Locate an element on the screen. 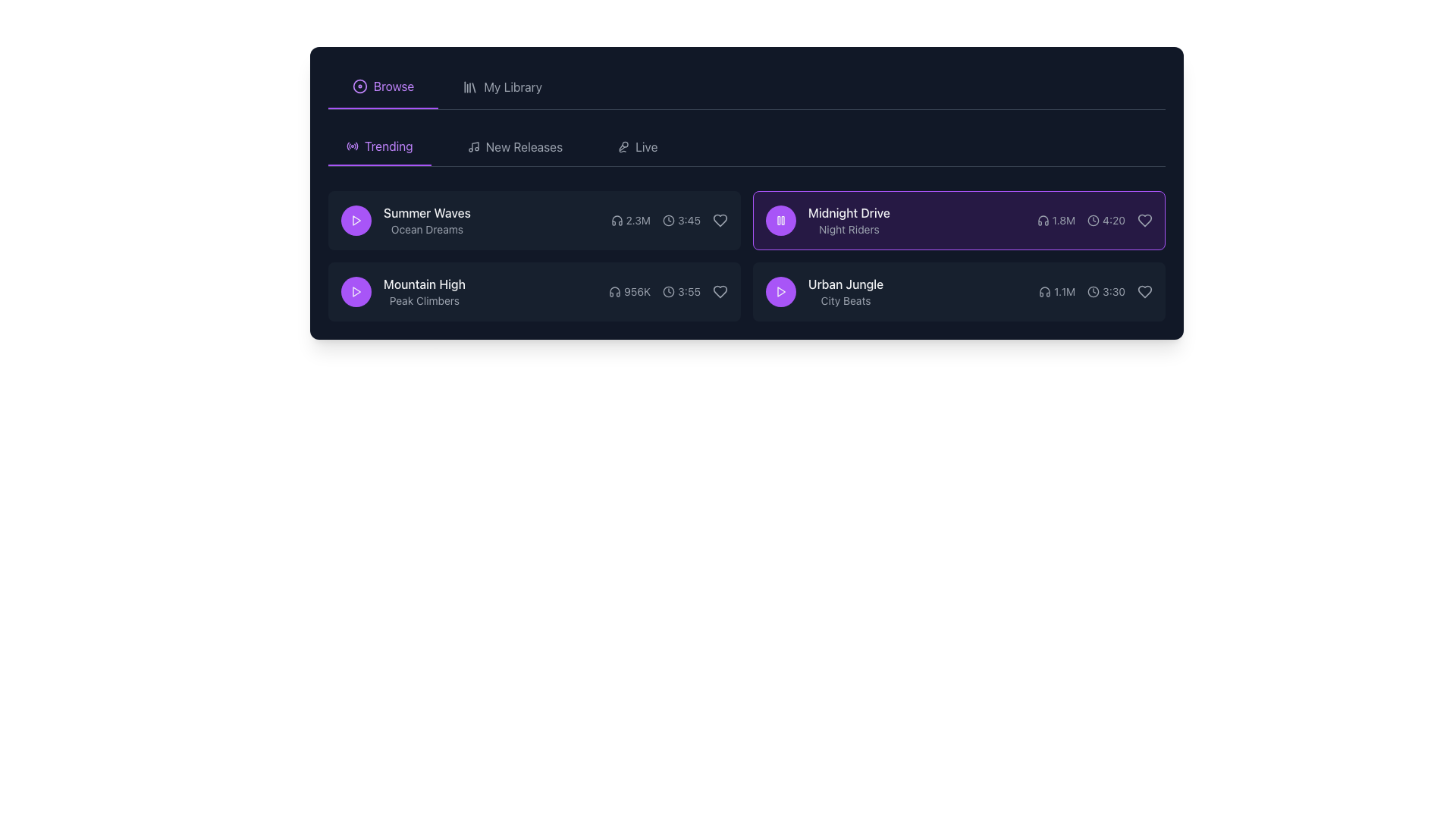  the headphones icon located before the text '956K' in the 'Mountain High' track details row of the 'Trending' section is located at coordinates (615, 292).